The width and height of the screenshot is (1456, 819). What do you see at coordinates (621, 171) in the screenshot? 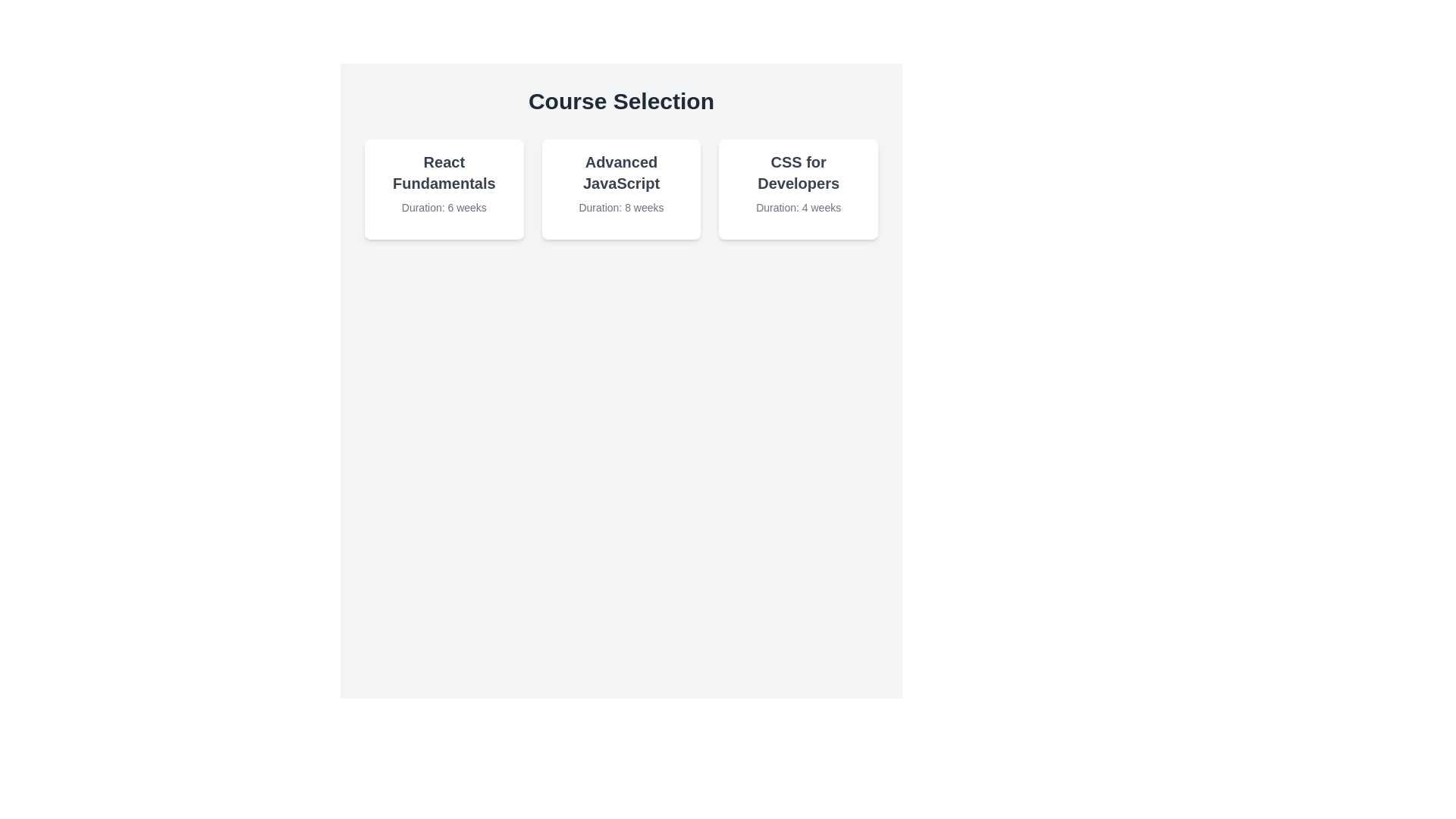
I see `text content of the 'Advanced JavaScript' title text label located at the upper portion of the middle course card in a horizontal list of three cards` at bounding box center [621, 171].